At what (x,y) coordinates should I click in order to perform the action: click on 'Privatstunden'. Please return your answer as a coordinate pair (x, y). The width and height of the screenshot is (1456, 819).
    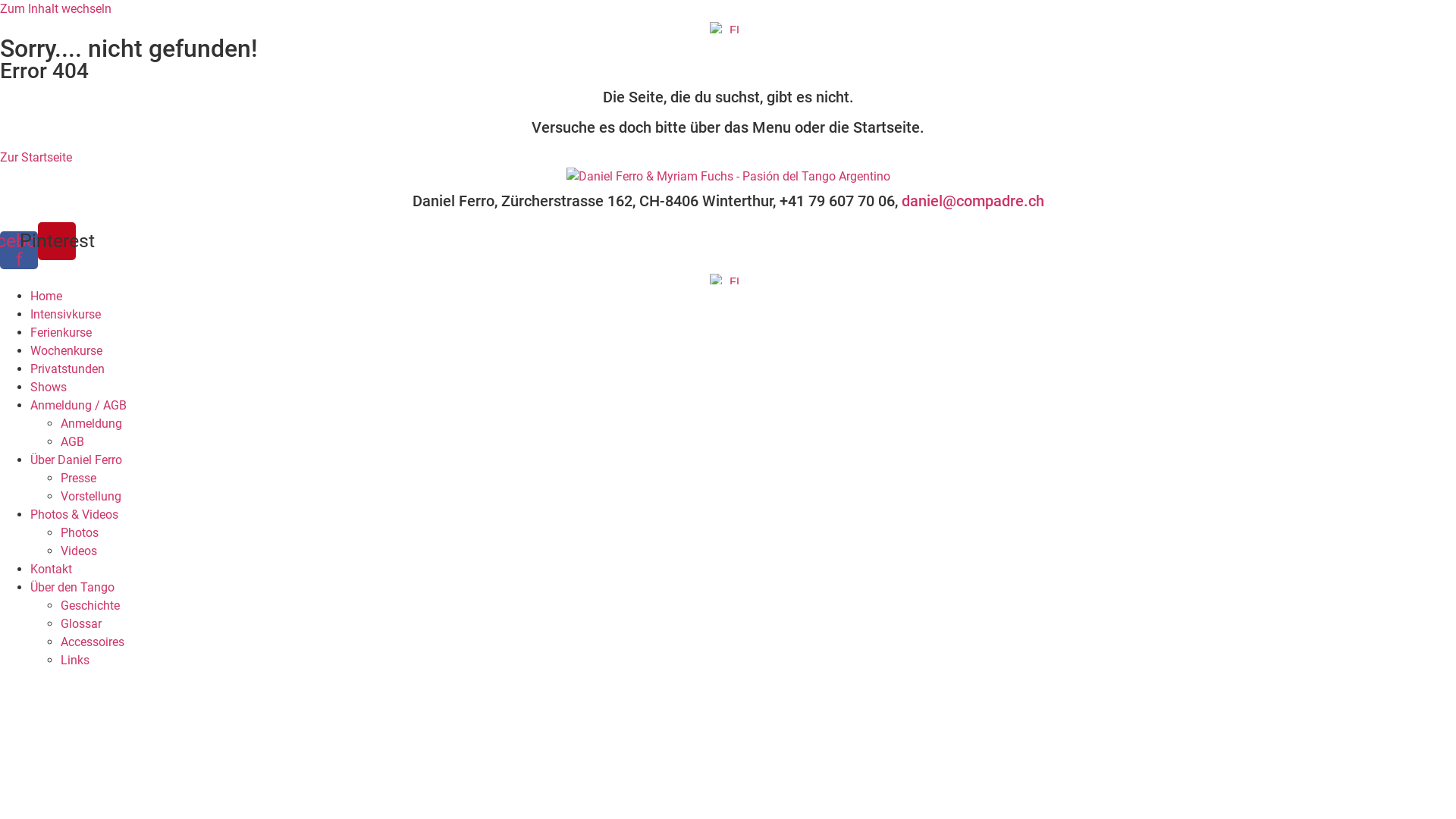
    Looking at the image, I should click on (67, 369).